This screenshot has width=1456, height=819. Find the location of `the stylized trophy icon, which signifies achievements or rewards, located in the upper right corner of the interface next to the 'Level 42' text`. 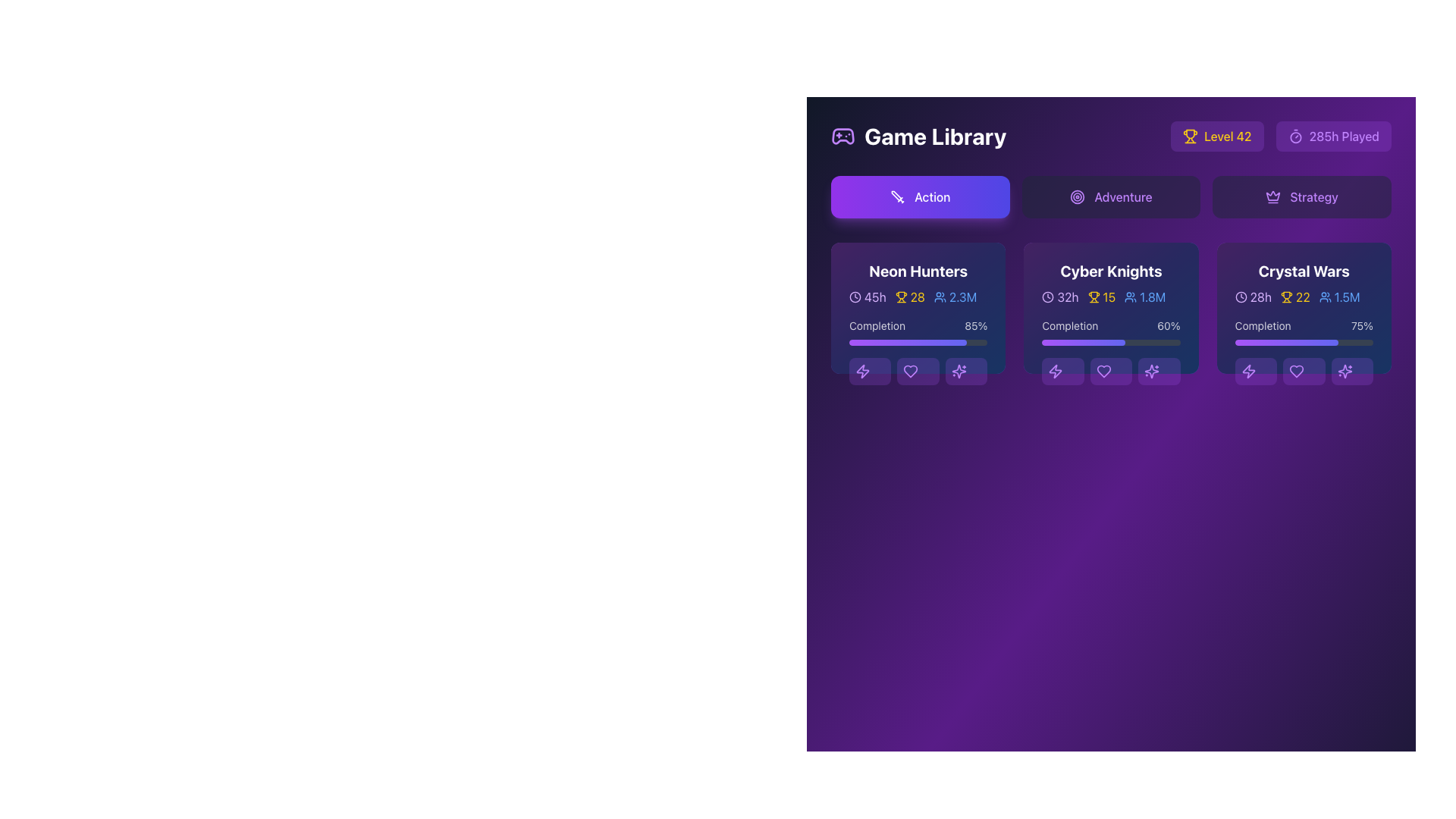

the stylized trophy icon, which signifies achievements or rewards, located in the upper right corner of the interface next to the 'Level 42' text is located at coordinates (901, 295).